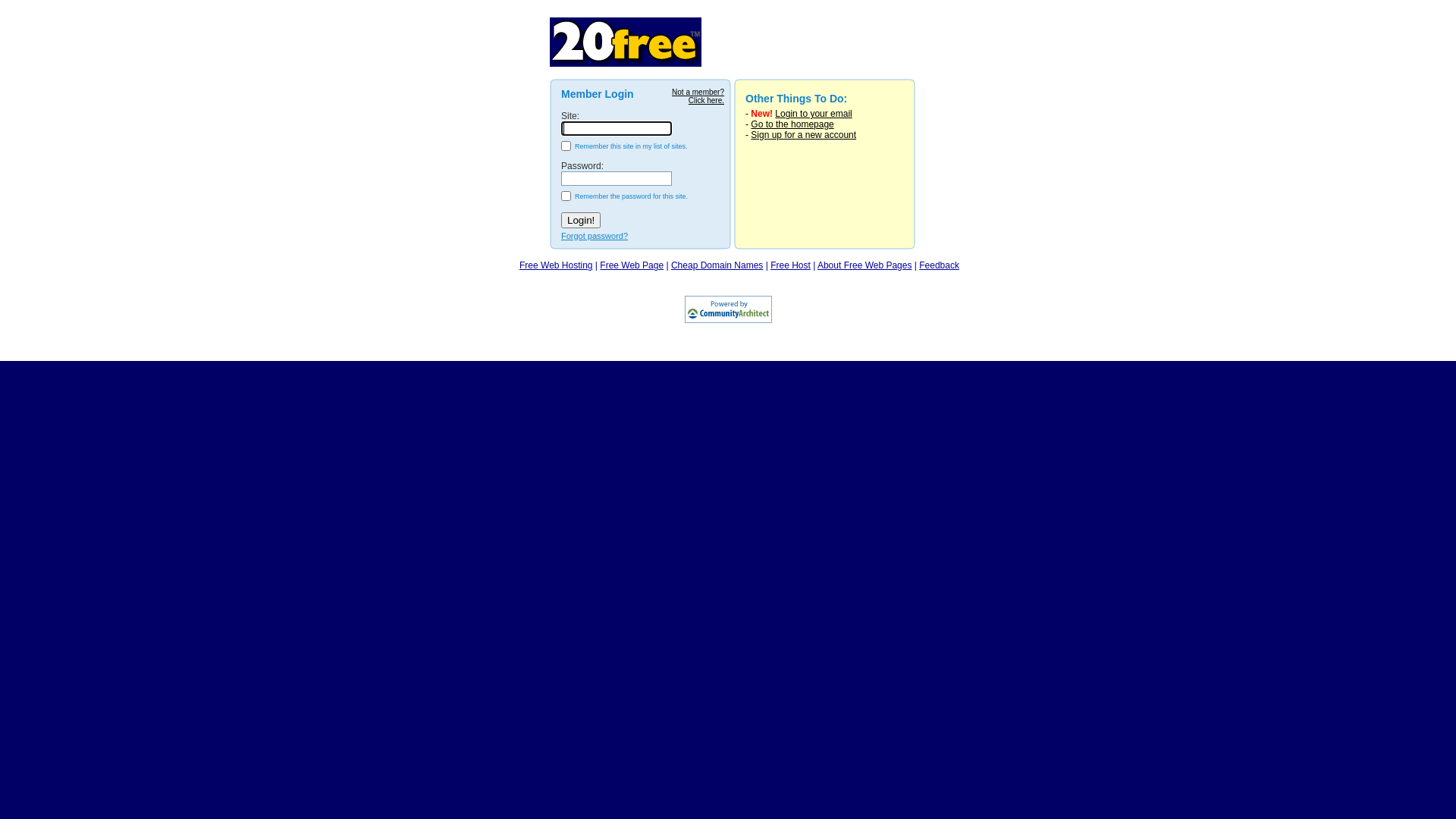  I want to click on 'Free Host', so click(789, 265).